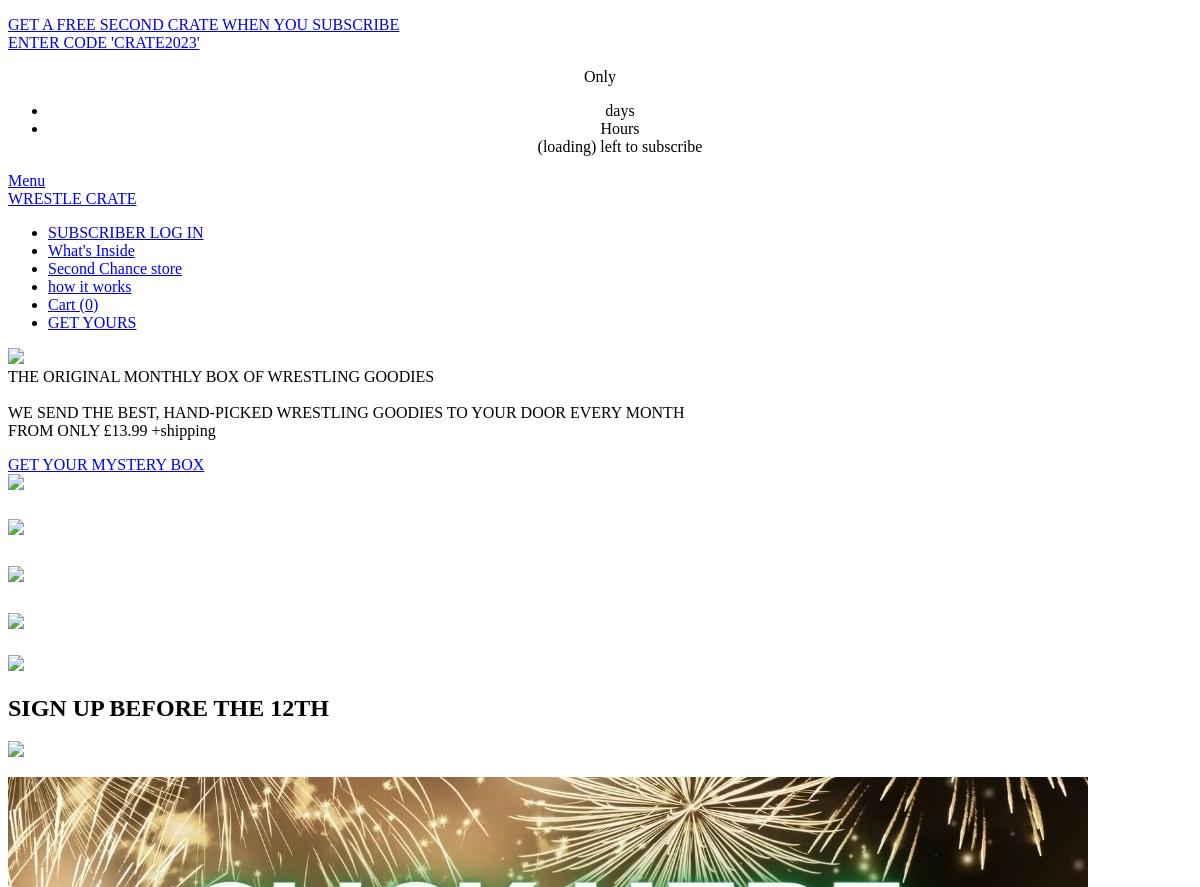 The image size is (1200, 887). What do you see at coordinates (48, 322) in the screenshot?
I see `'GET YOURS'` at bounding box center [48, 322].